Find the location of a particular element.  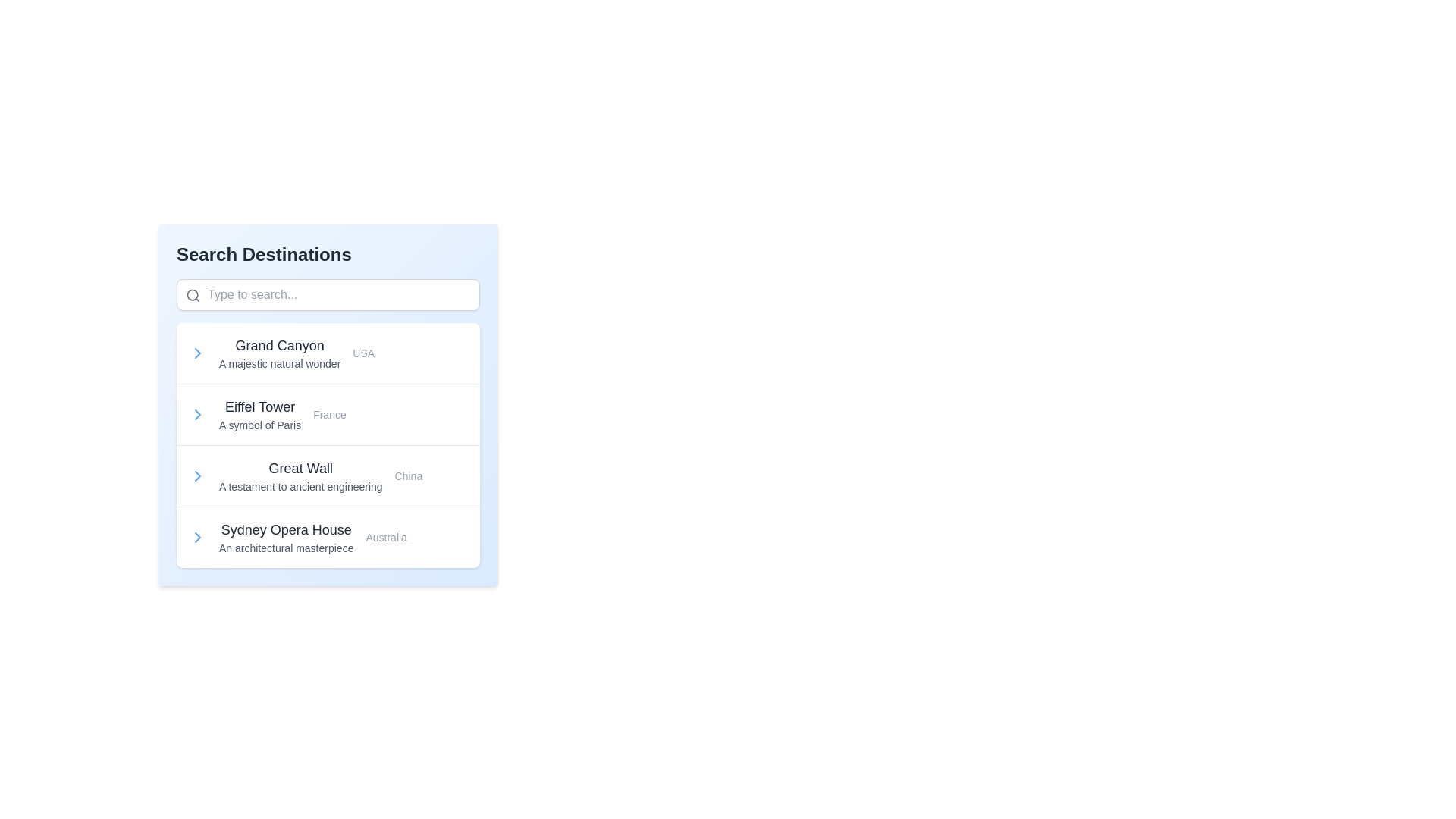

the text label displaying 'Australia' in gray, small-sized font, which is aligned to the right side of the layout next to the descriptive text about the Sydney Opera House is located at coordinates (386, 537).